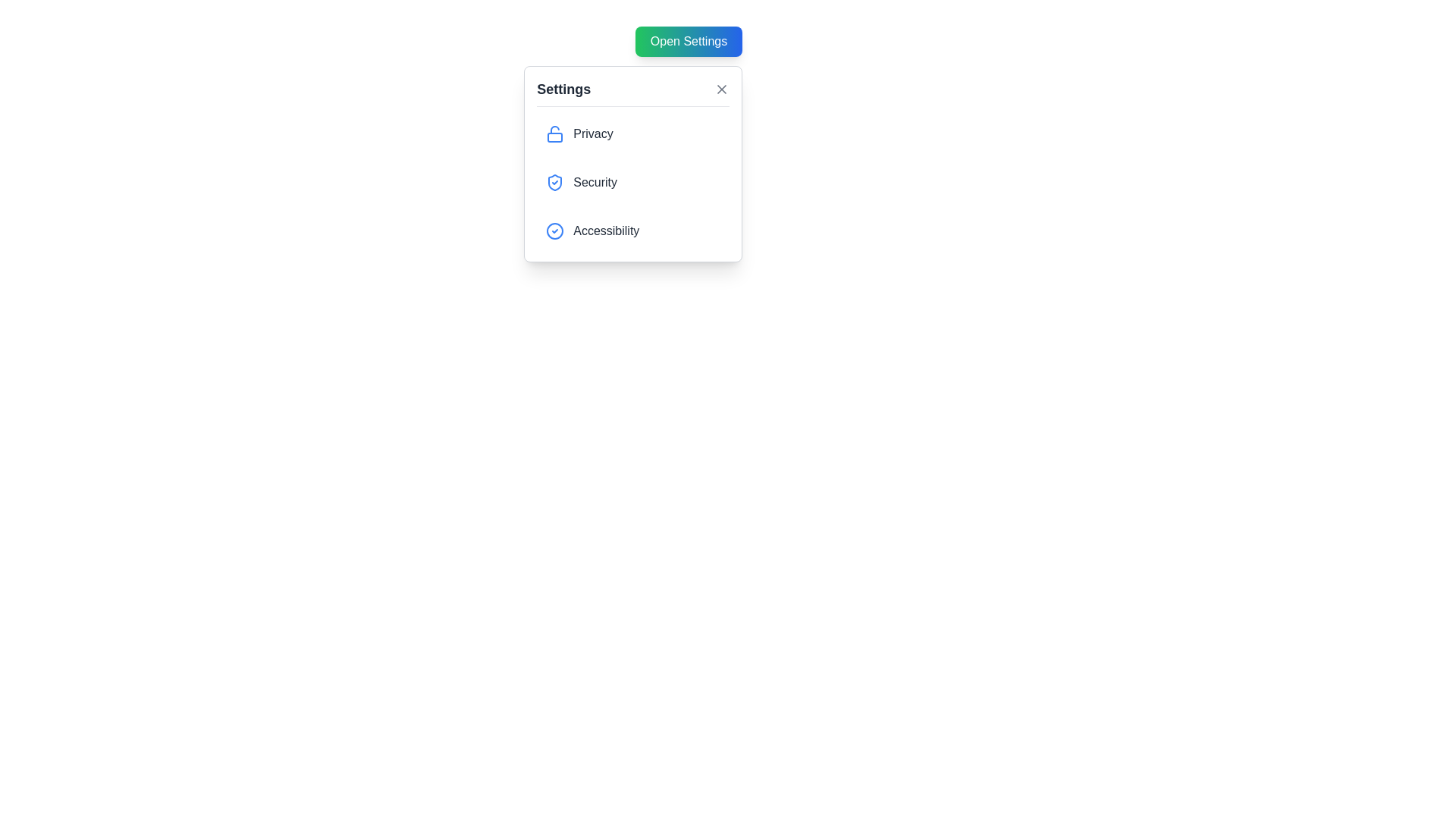 Image resolution: width=1456 pixels, height=819 pixels. I want to click on the 'Accessibility' label text, which is the third item in a vertical menu located beneath the 'Security' option, so click(605, 231).